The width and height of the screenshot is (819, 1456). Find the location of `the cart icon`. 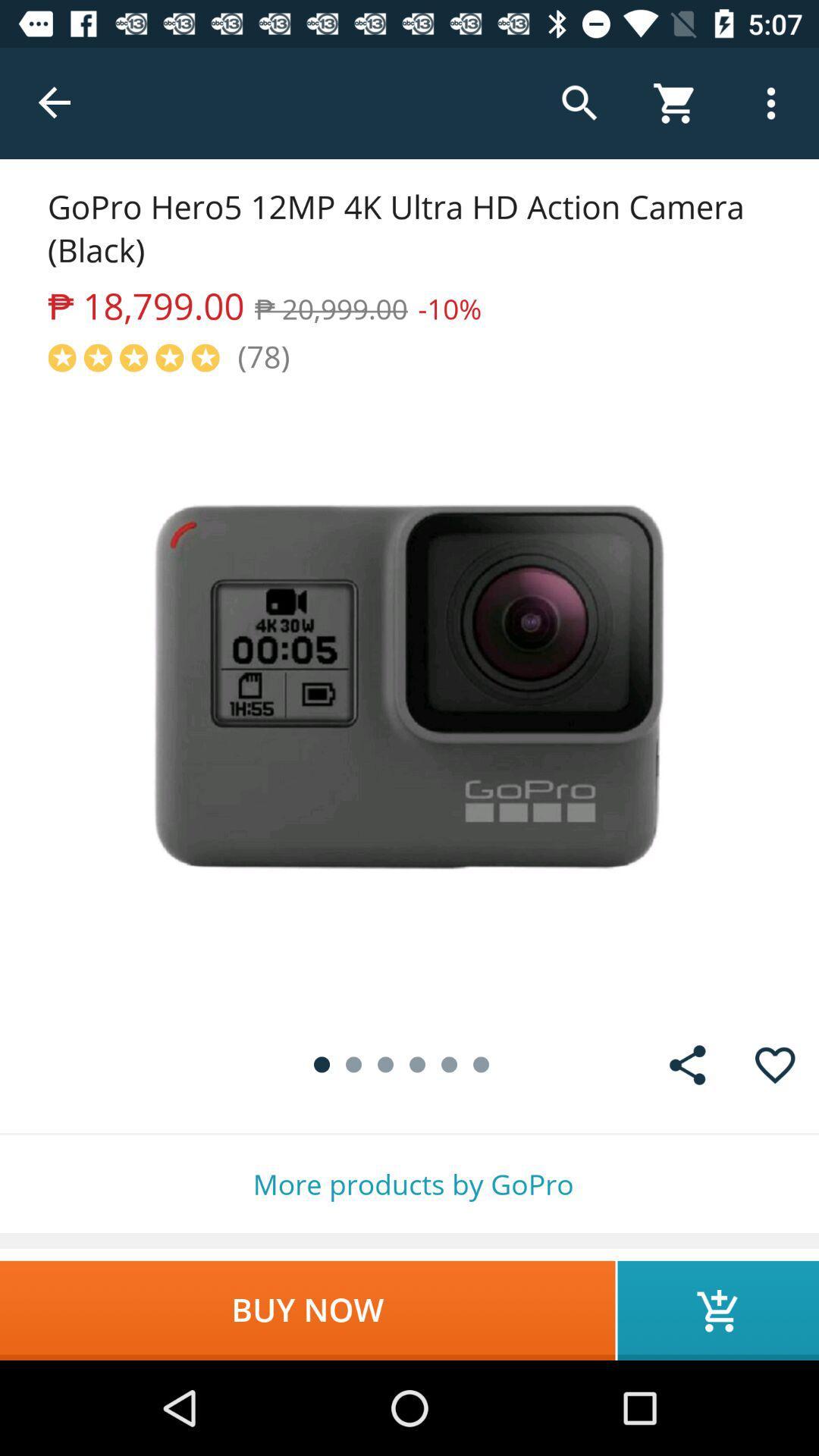

the cart icon is located at coordinates (717, 1310).